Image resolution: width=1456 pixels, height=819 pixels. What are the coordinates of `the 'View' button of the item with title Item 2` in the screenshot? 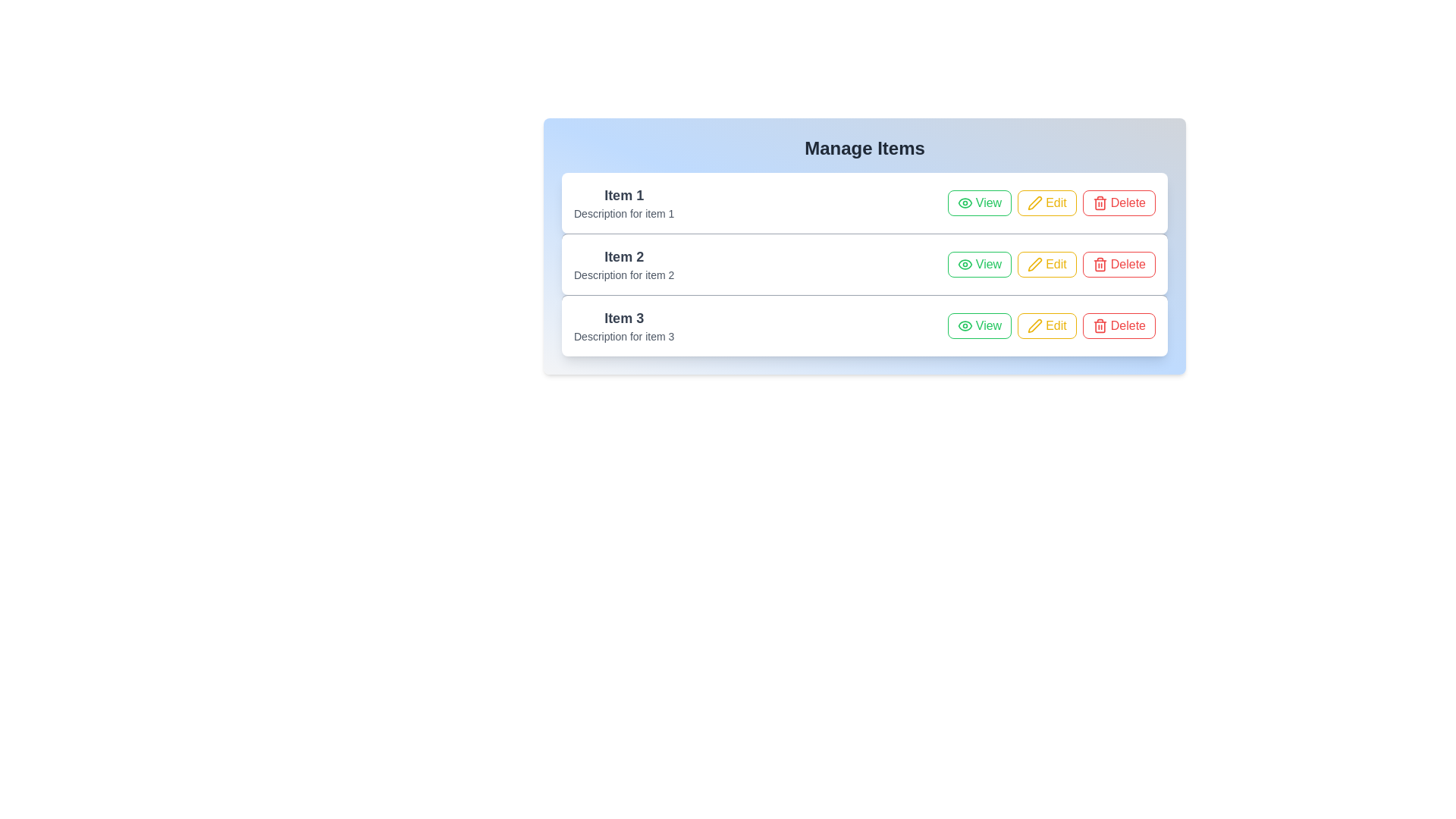 It's located at (979, 263).